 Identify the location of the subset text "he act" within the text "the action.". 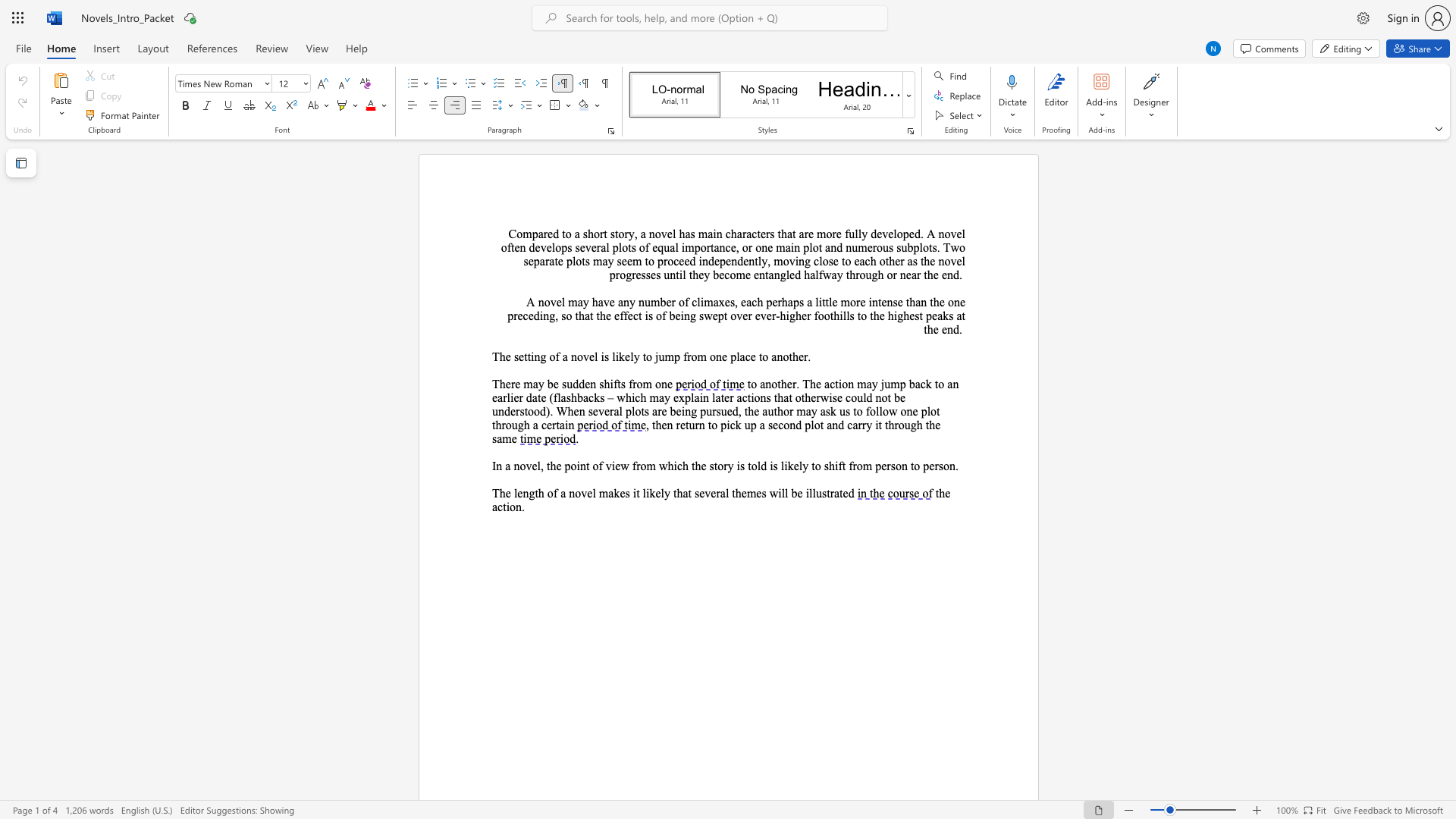
(938, 493).